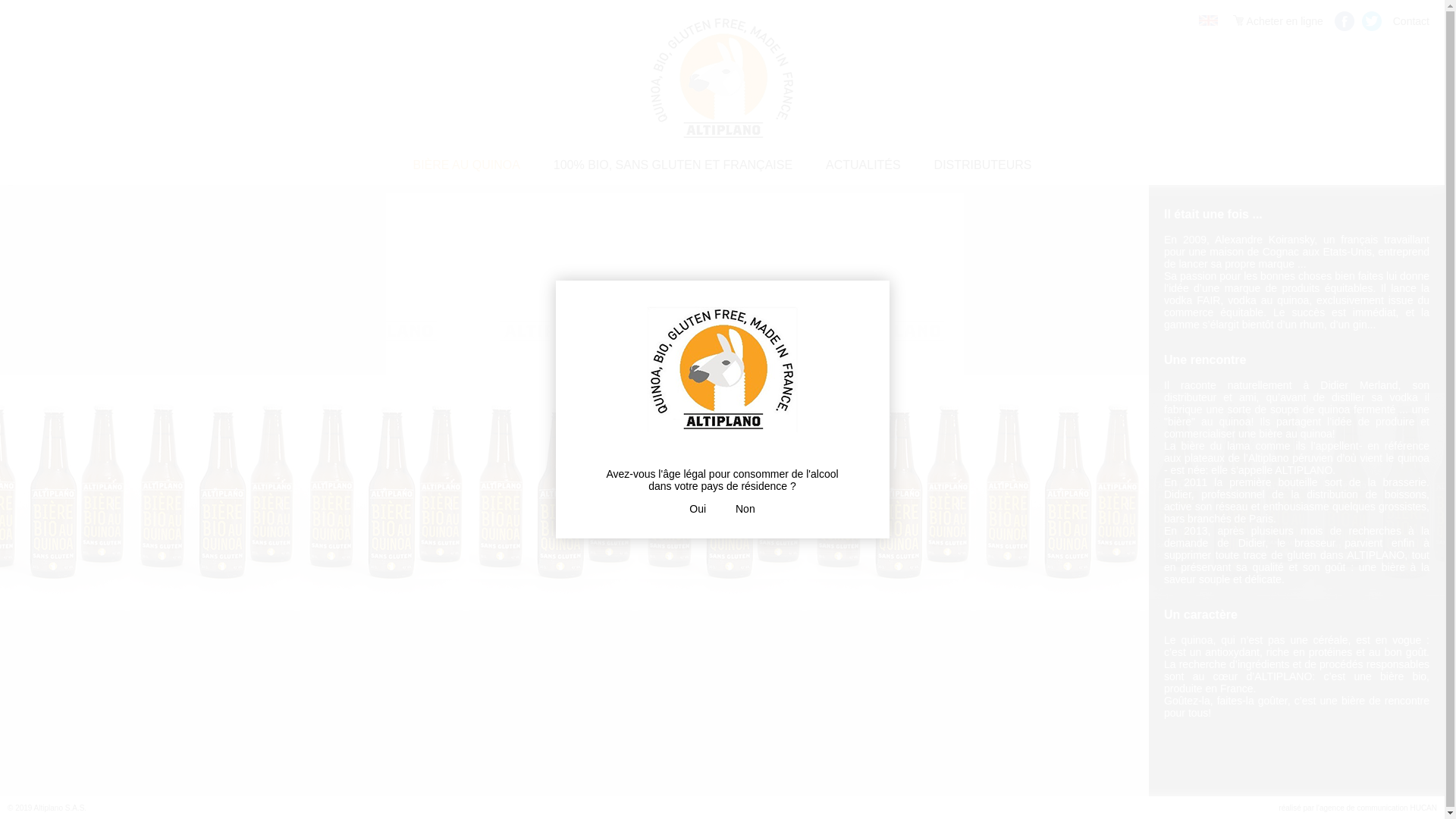 This screenshot has height=819, width=1456. I want to click on 'Non', so click(745, 509).